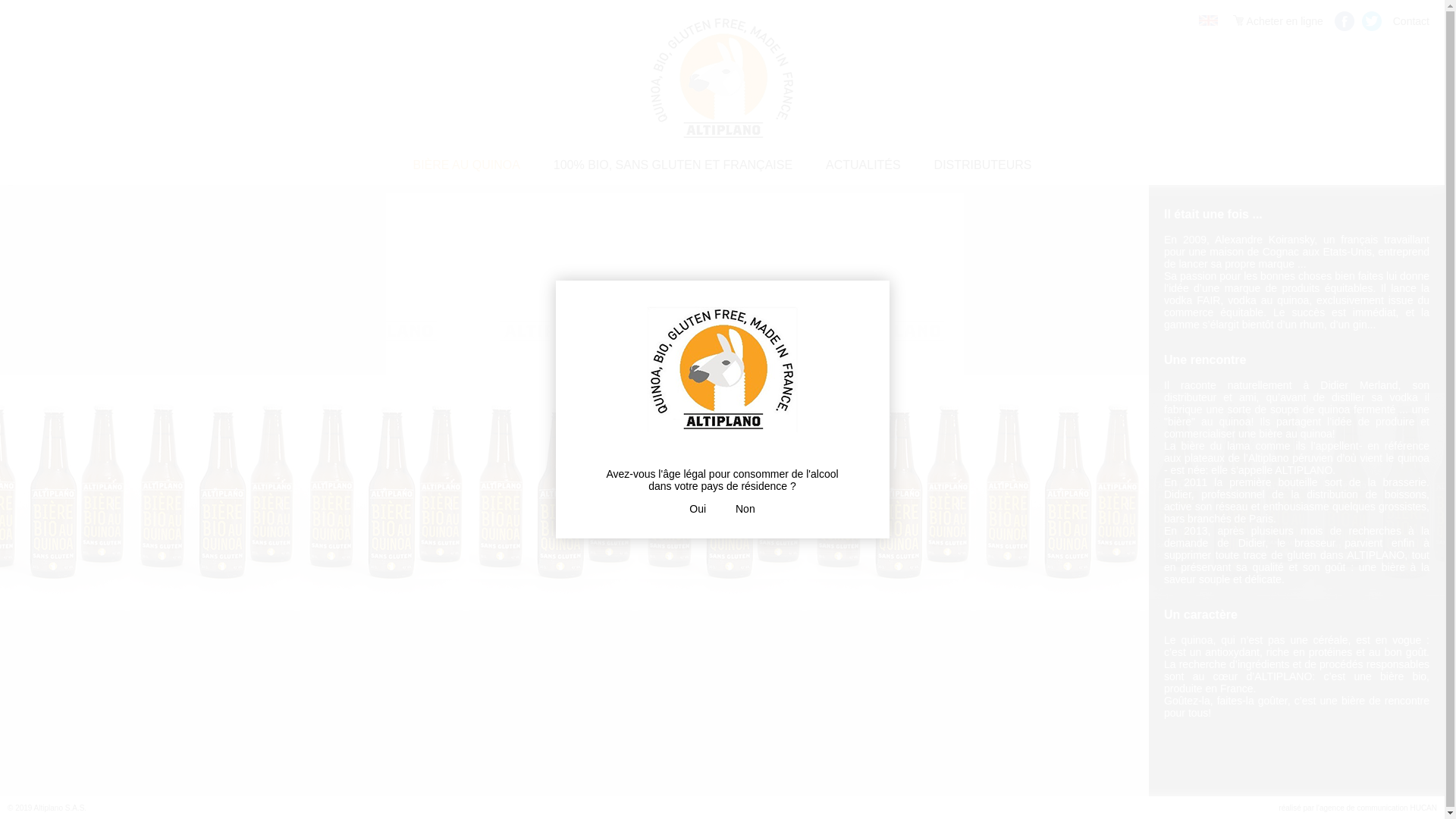 This screenshot has height=819, width=1456. I want to click on 'Non', so click(745, 509).